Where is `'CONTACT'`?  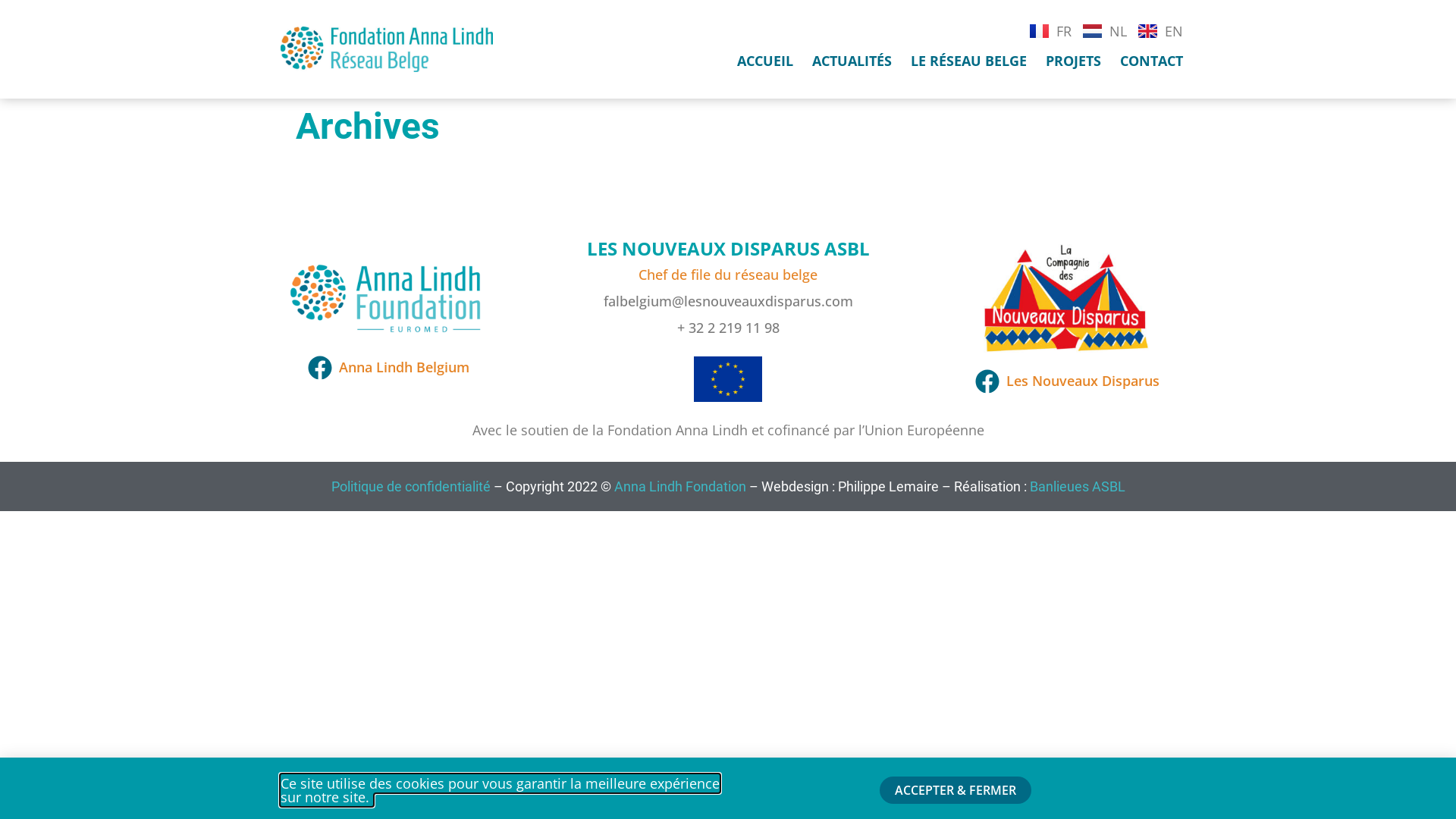 'CONTACT' is located at coordinates (1151, 60).